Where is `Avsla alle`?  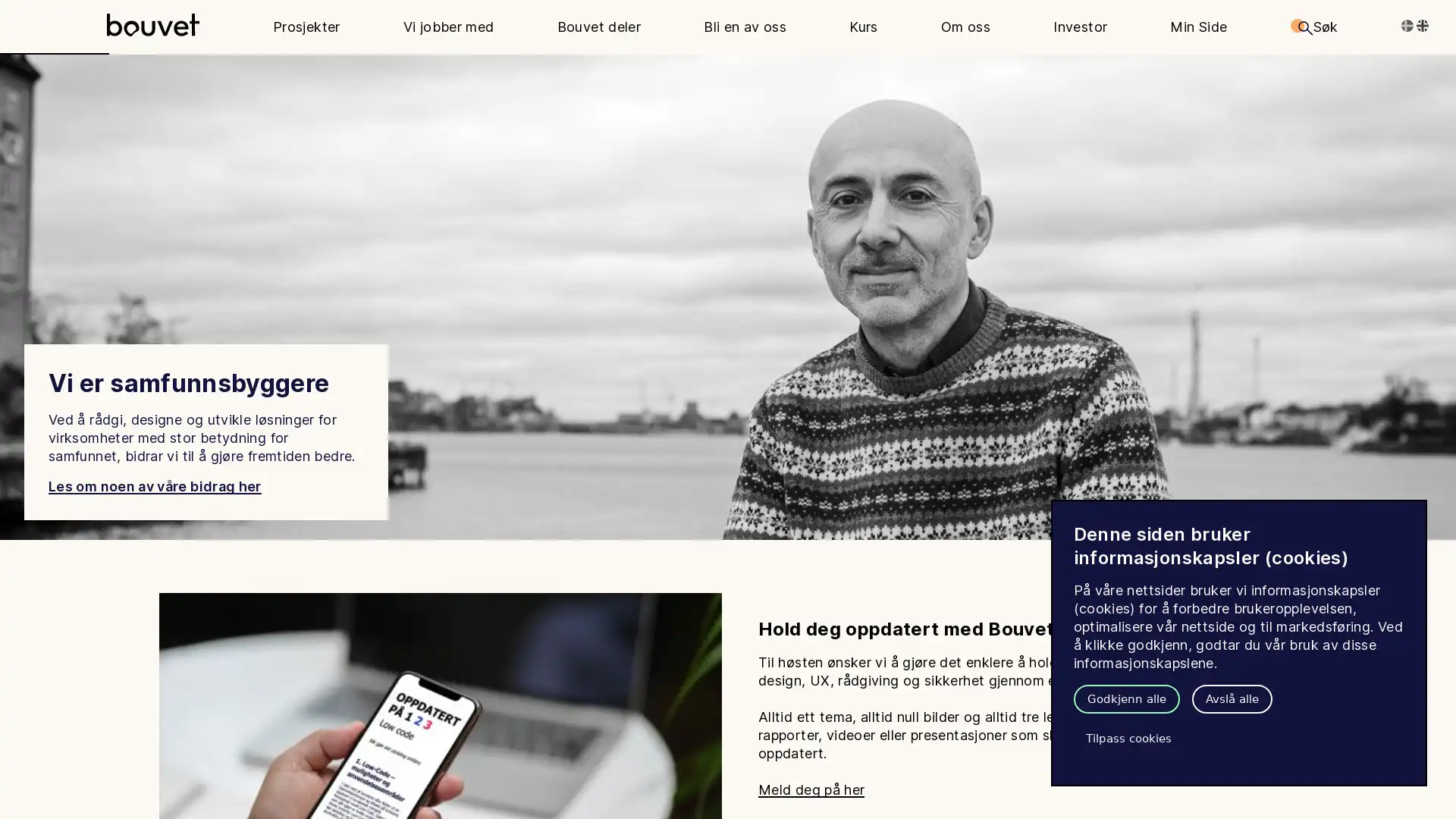
Avsla alle is located at coordinates (1231, 698).